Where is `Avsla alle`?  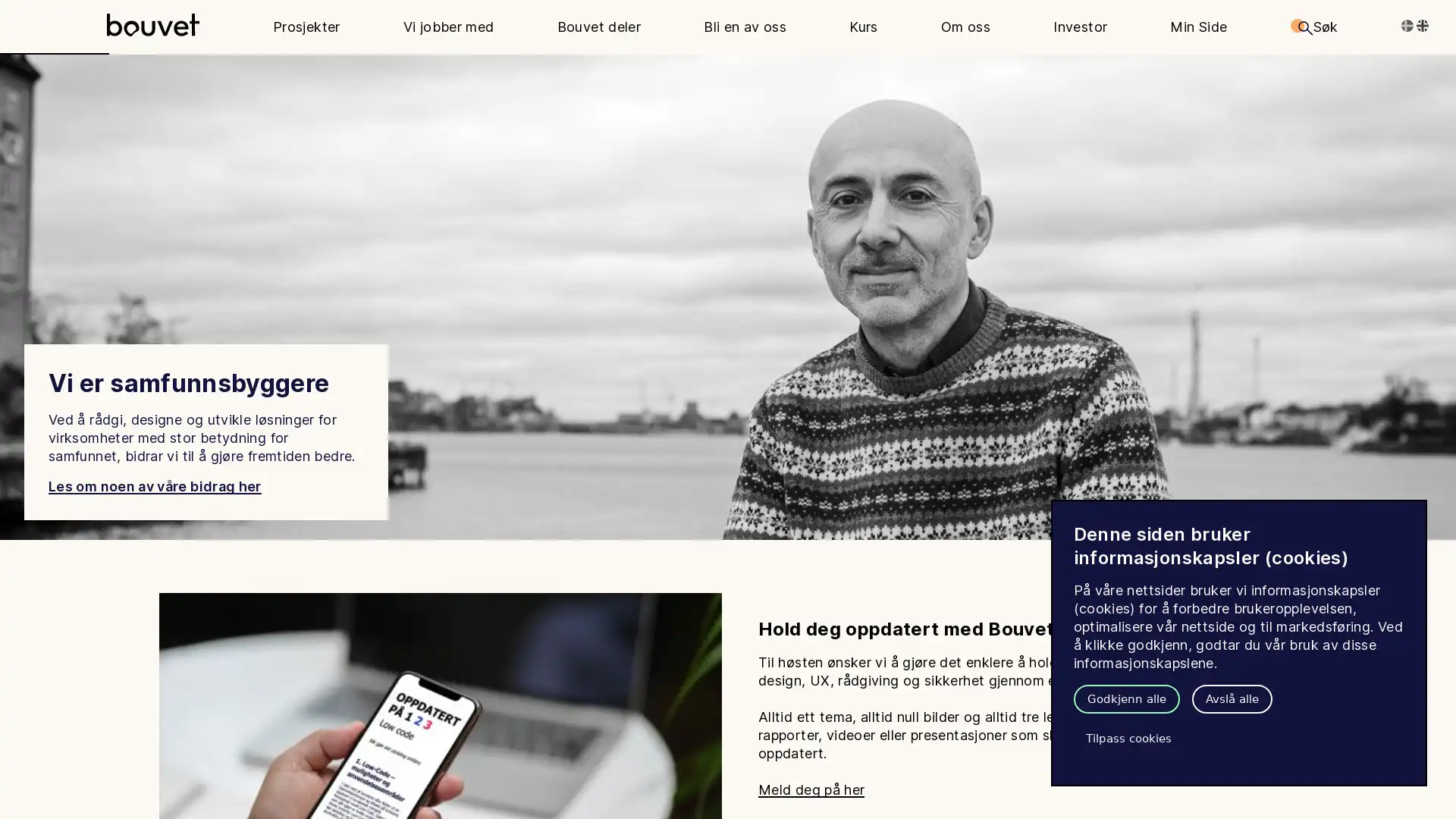
Avsla alle is located at coordinates (1231, 698).